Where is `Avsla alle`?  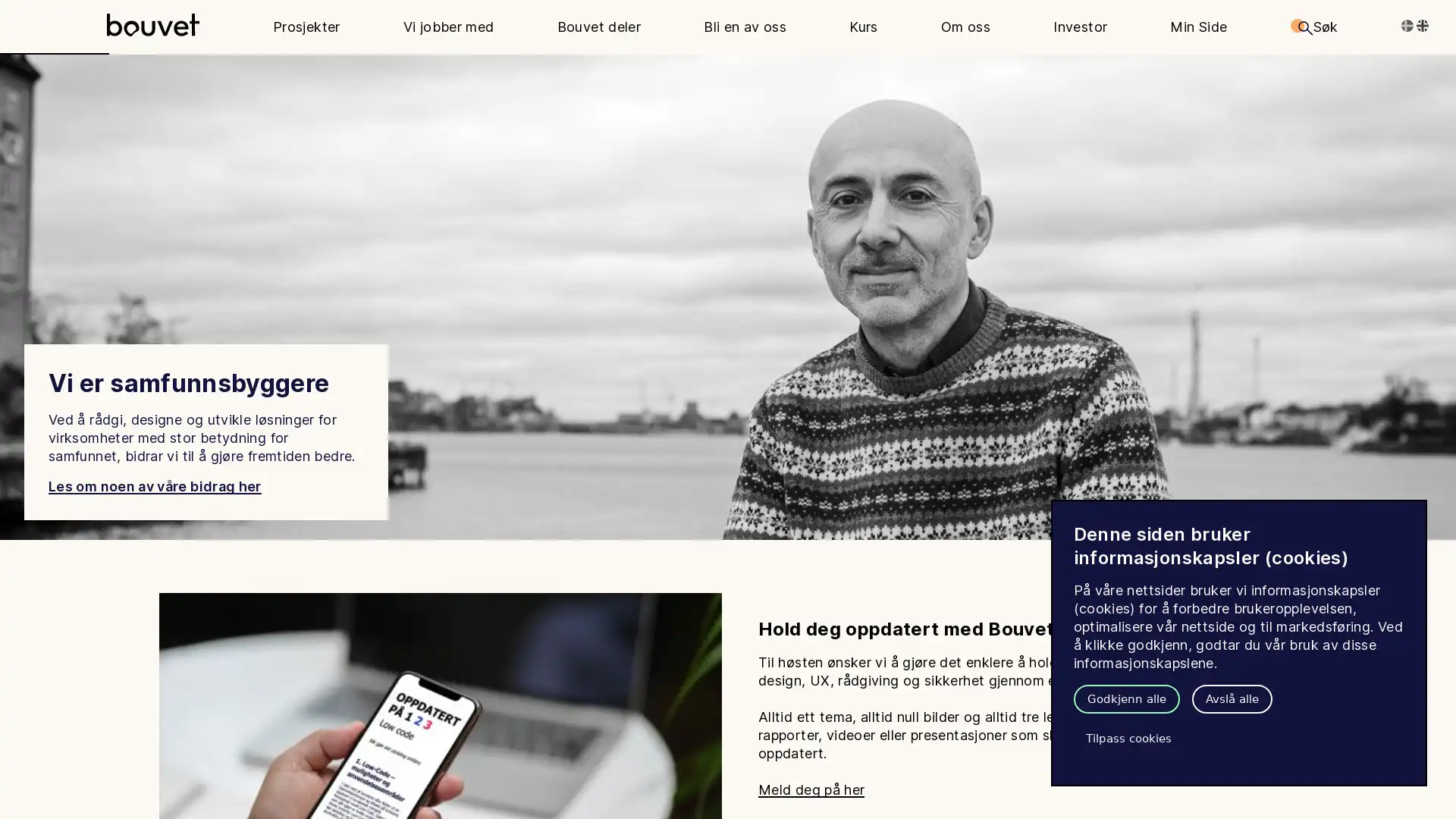
Avsla alle is located at coordinates (1231, 698).